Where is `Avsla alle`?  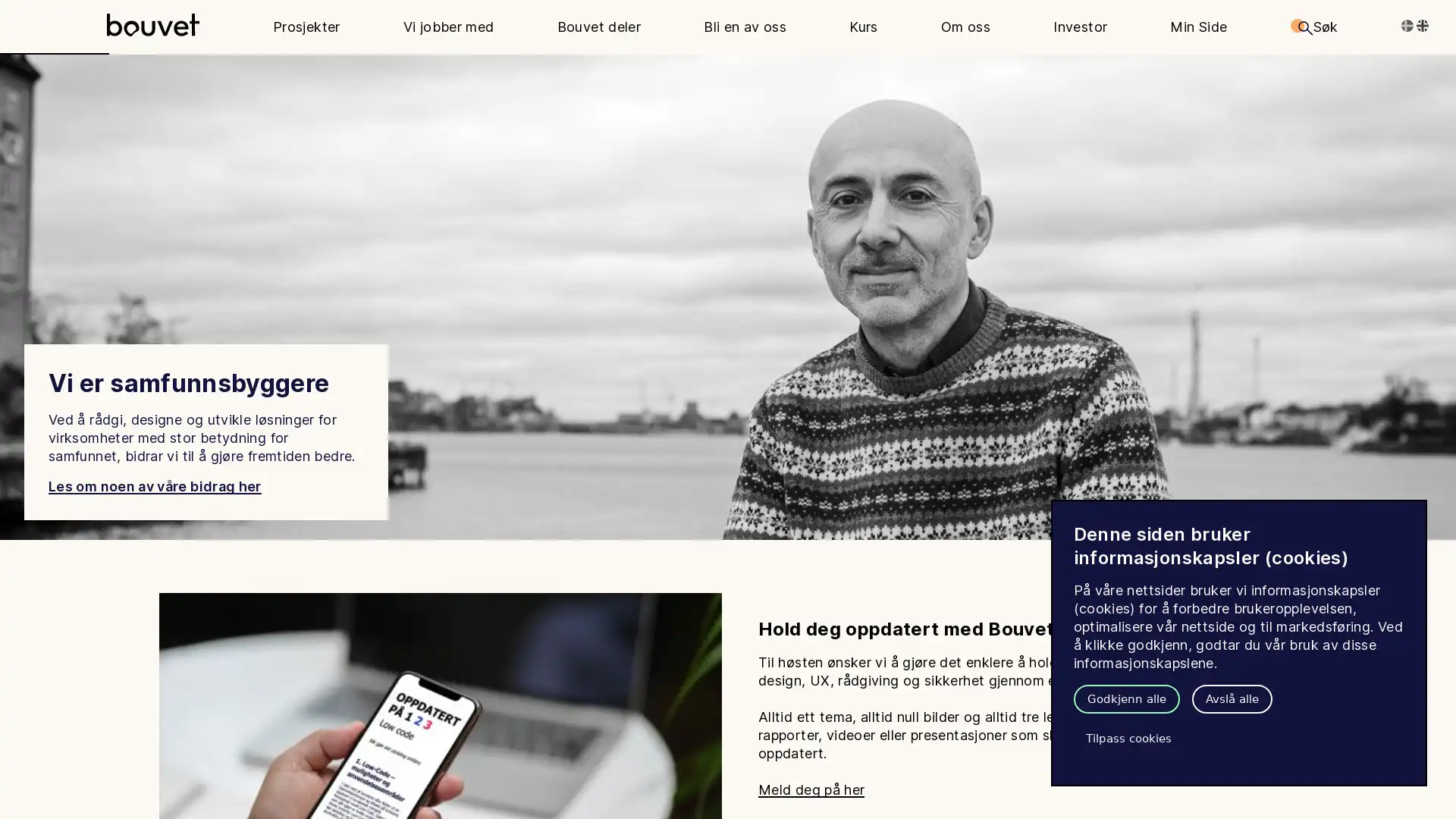
Avsla alle is located at coordinates (1231, 698).